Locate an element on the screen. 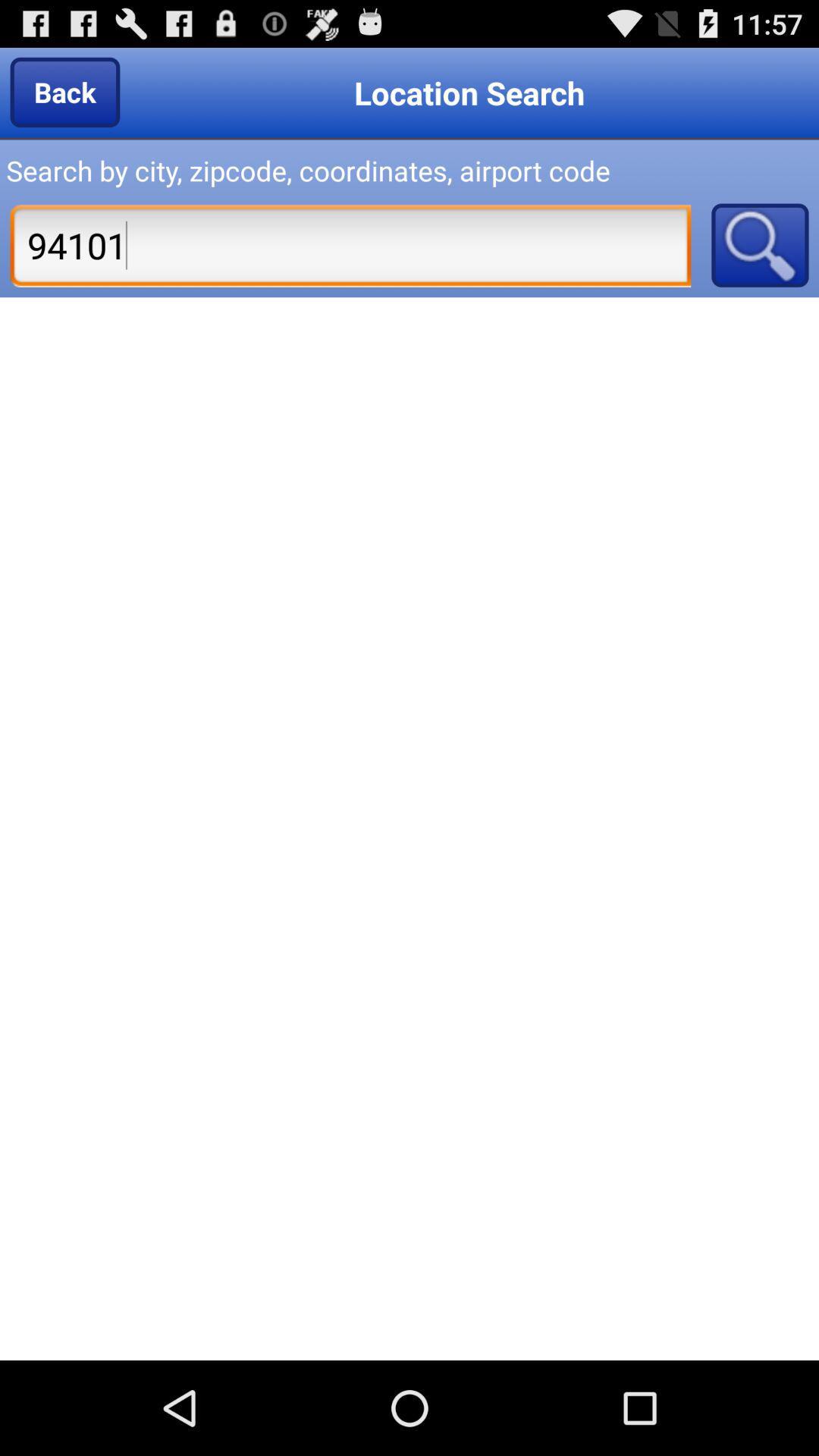 The image size is (819, 1456). the 94101 icon is located at coordinates (350, 245).